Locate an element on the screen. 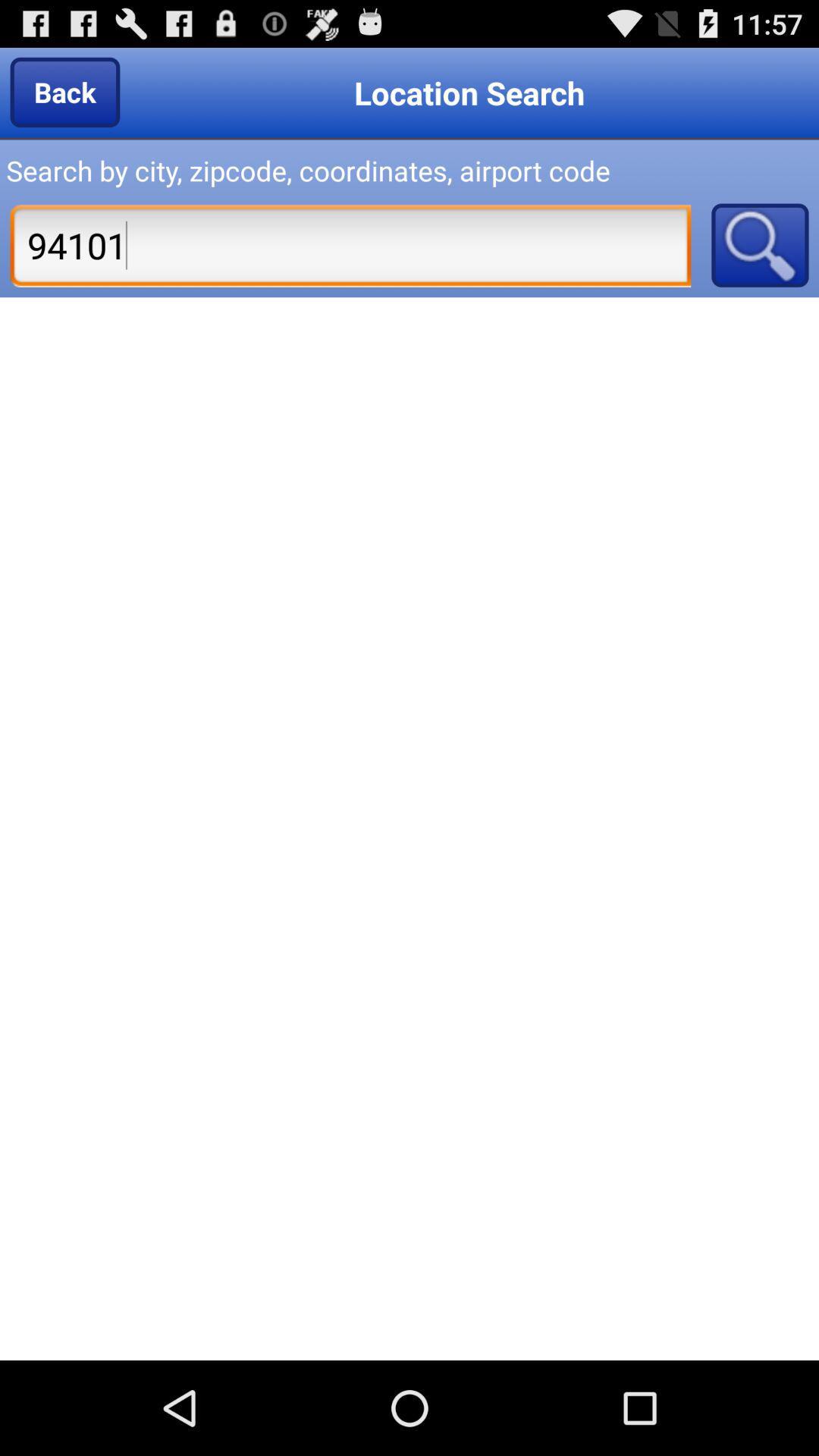 The image size is (819, 1456). the 94101 icon is located at coordinates (350, 245).